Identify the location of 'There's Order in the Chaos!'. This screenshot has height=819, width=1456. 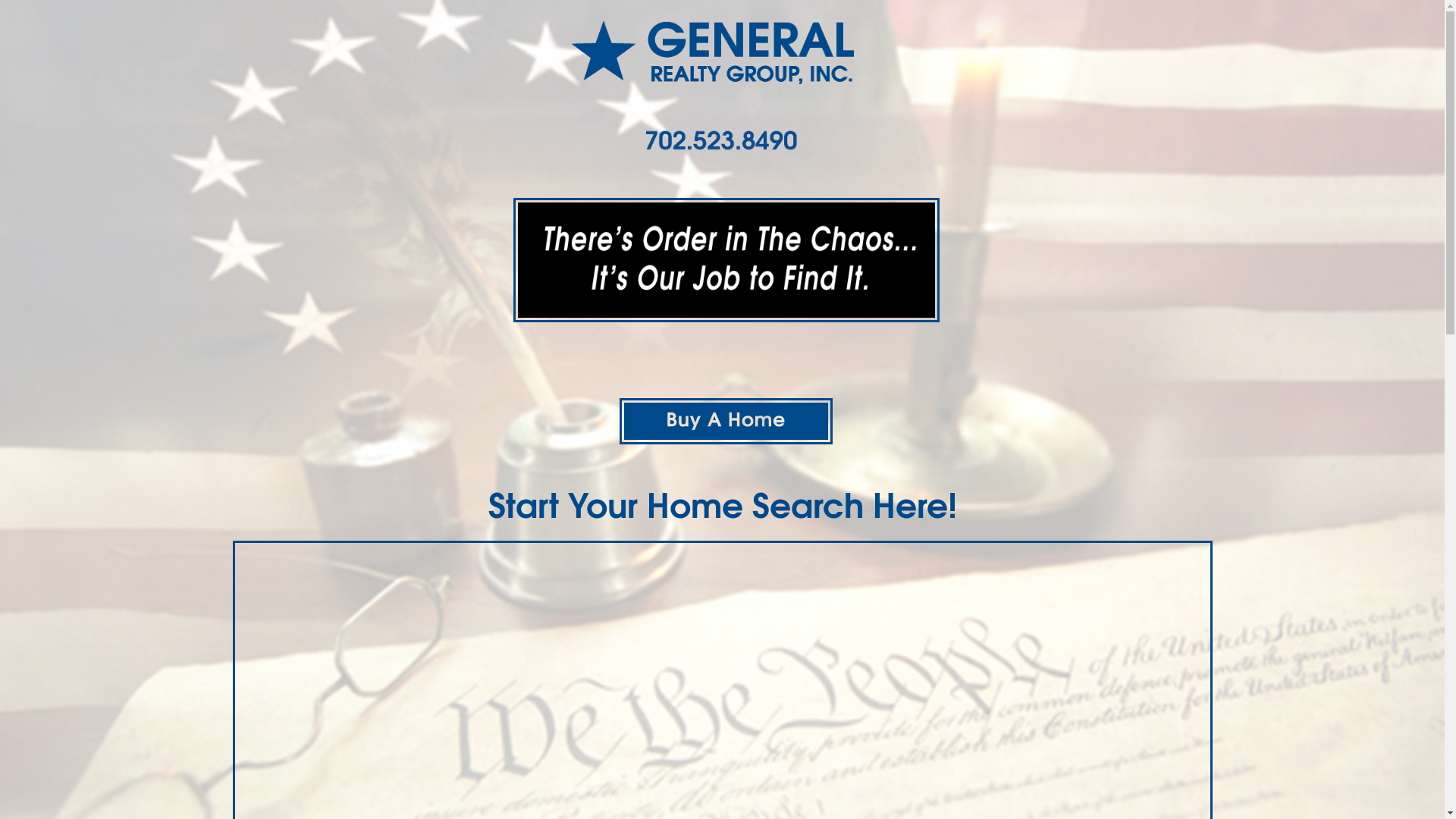
(724, 259).